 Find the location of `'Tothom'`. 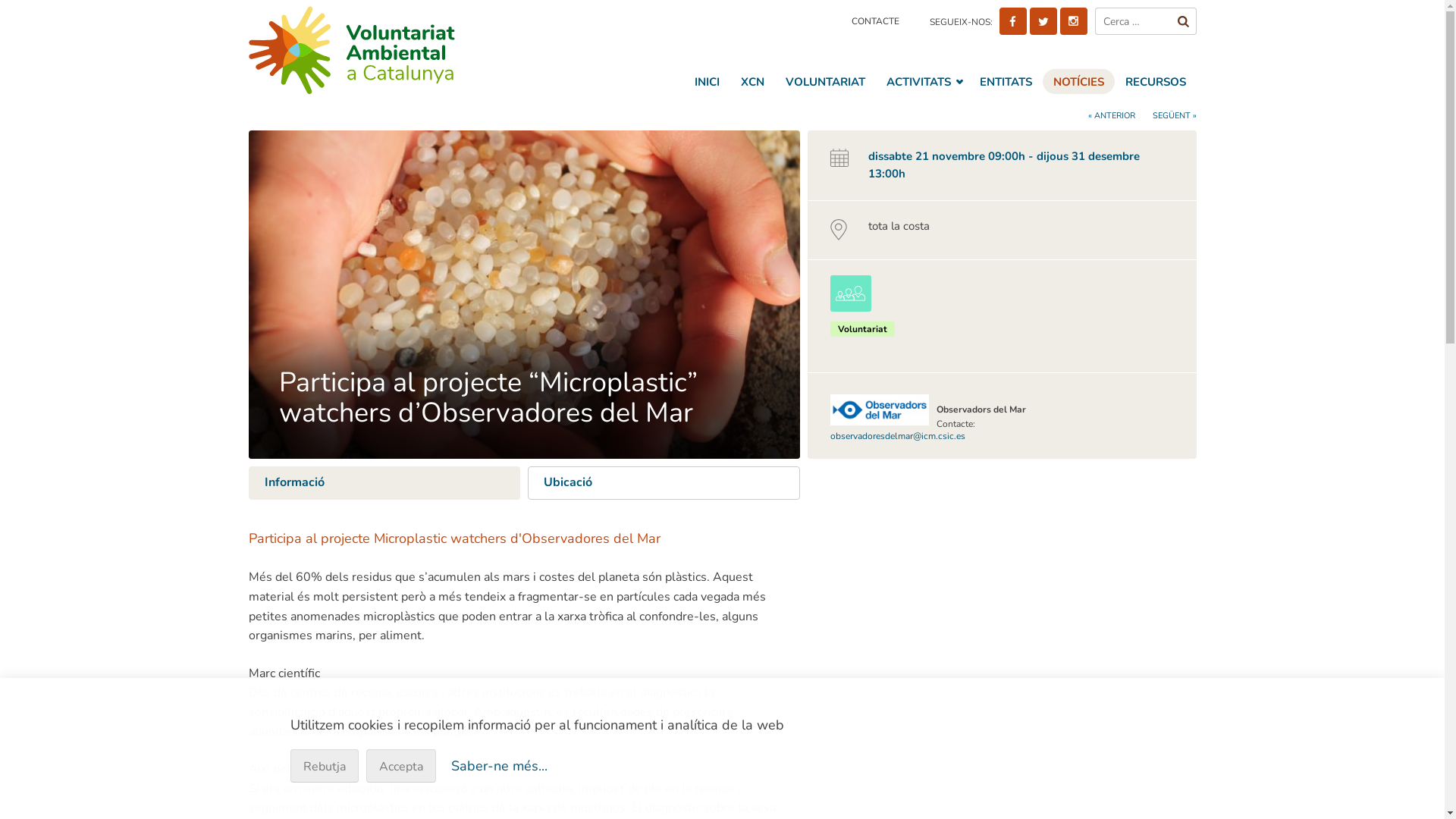

'Tothom' is located at coordinates (829, 293).